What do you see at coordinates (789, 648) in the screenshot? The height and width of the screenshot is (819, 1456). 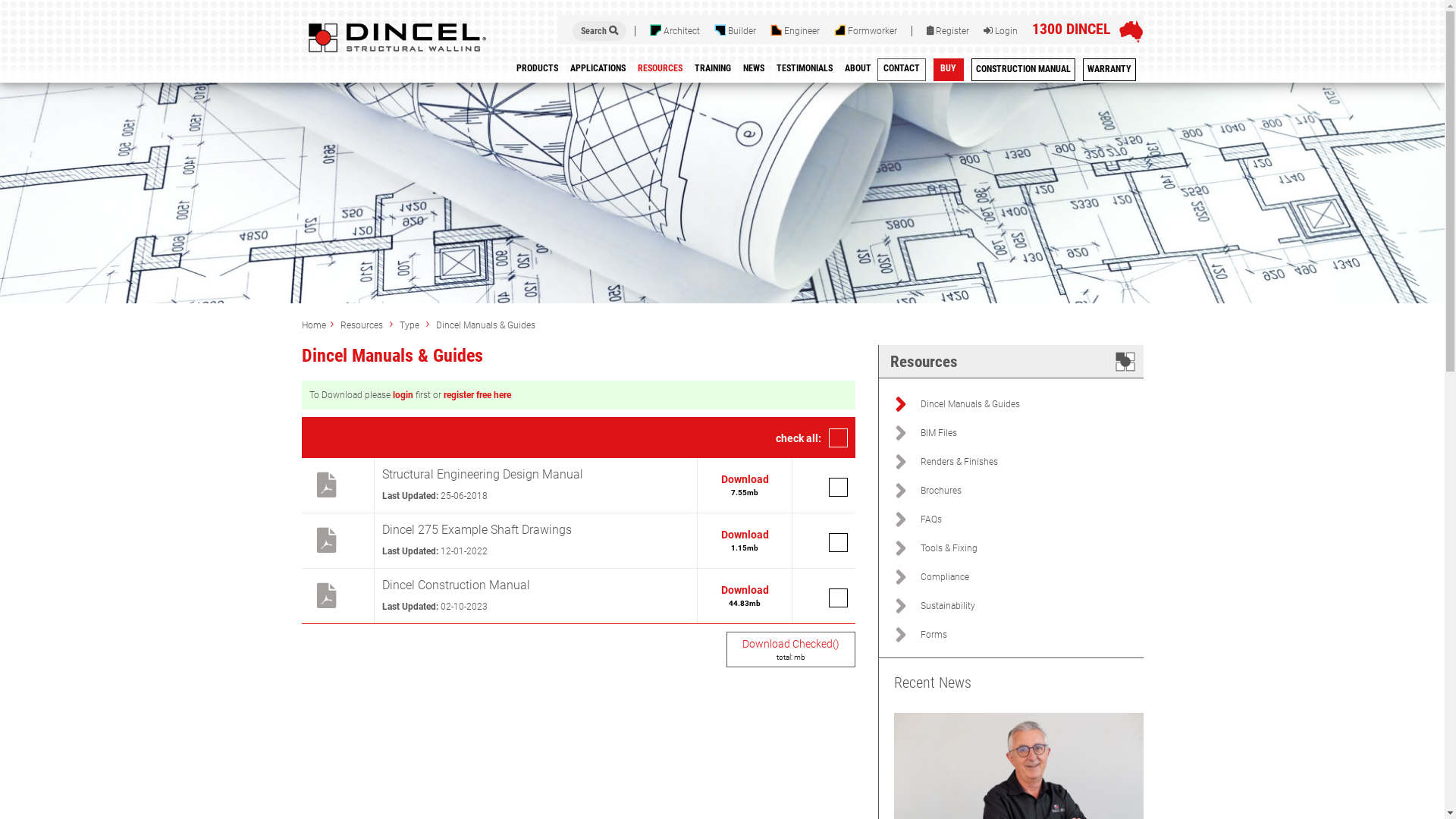 I see `'Download Checked()` at bounding box center [789, 648].